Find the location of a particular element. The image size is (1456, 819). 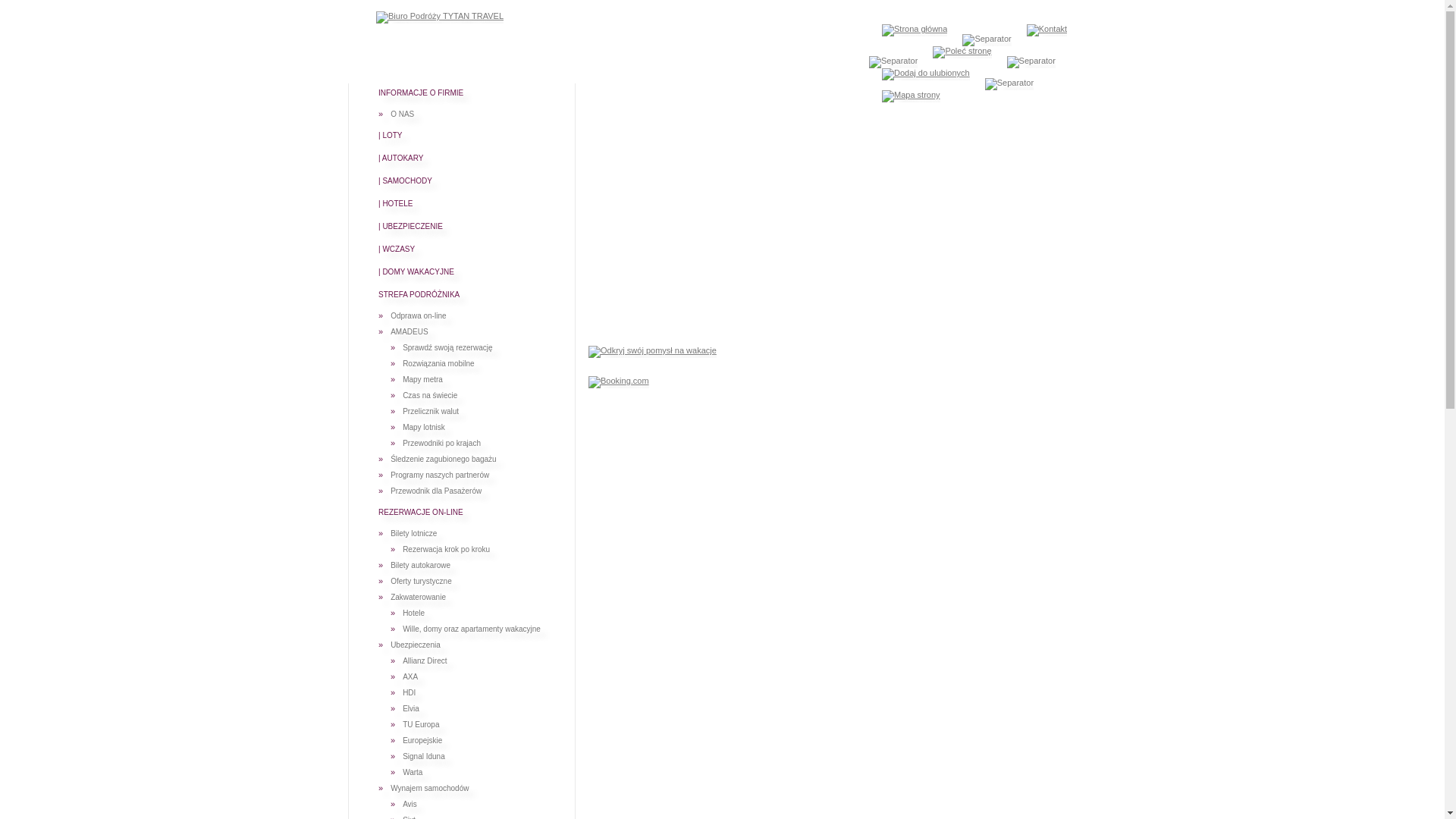

'Wille, domy oraz apartamenty wakacyjne' is located at coordinates (471, 629).